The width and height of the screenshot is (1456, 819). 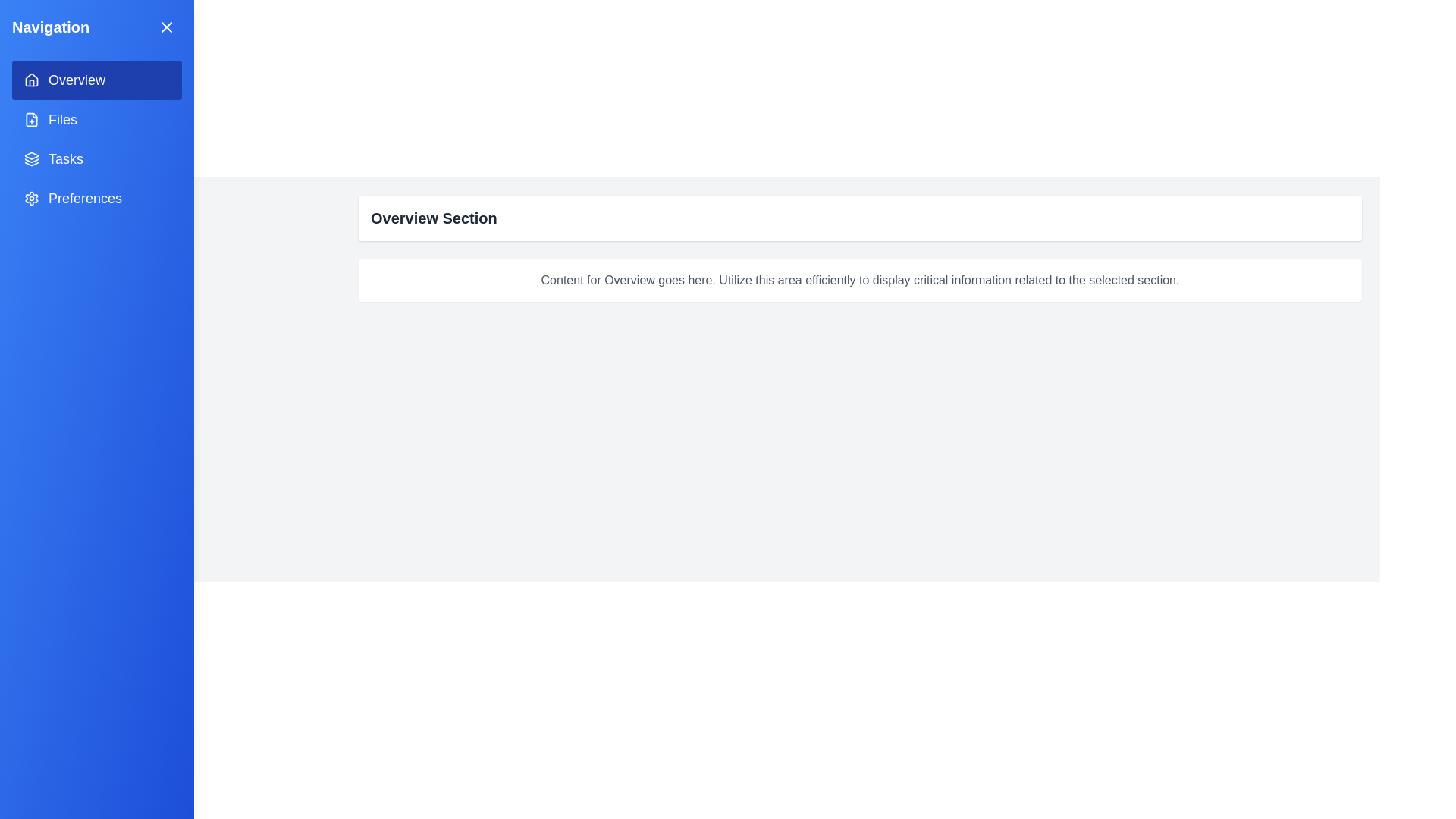 What do you see at coordinates (96, 158) in the screenshot?
I see `the menu item corresponding to Tasks in the navigation menu` at bounding box center [96, 158].